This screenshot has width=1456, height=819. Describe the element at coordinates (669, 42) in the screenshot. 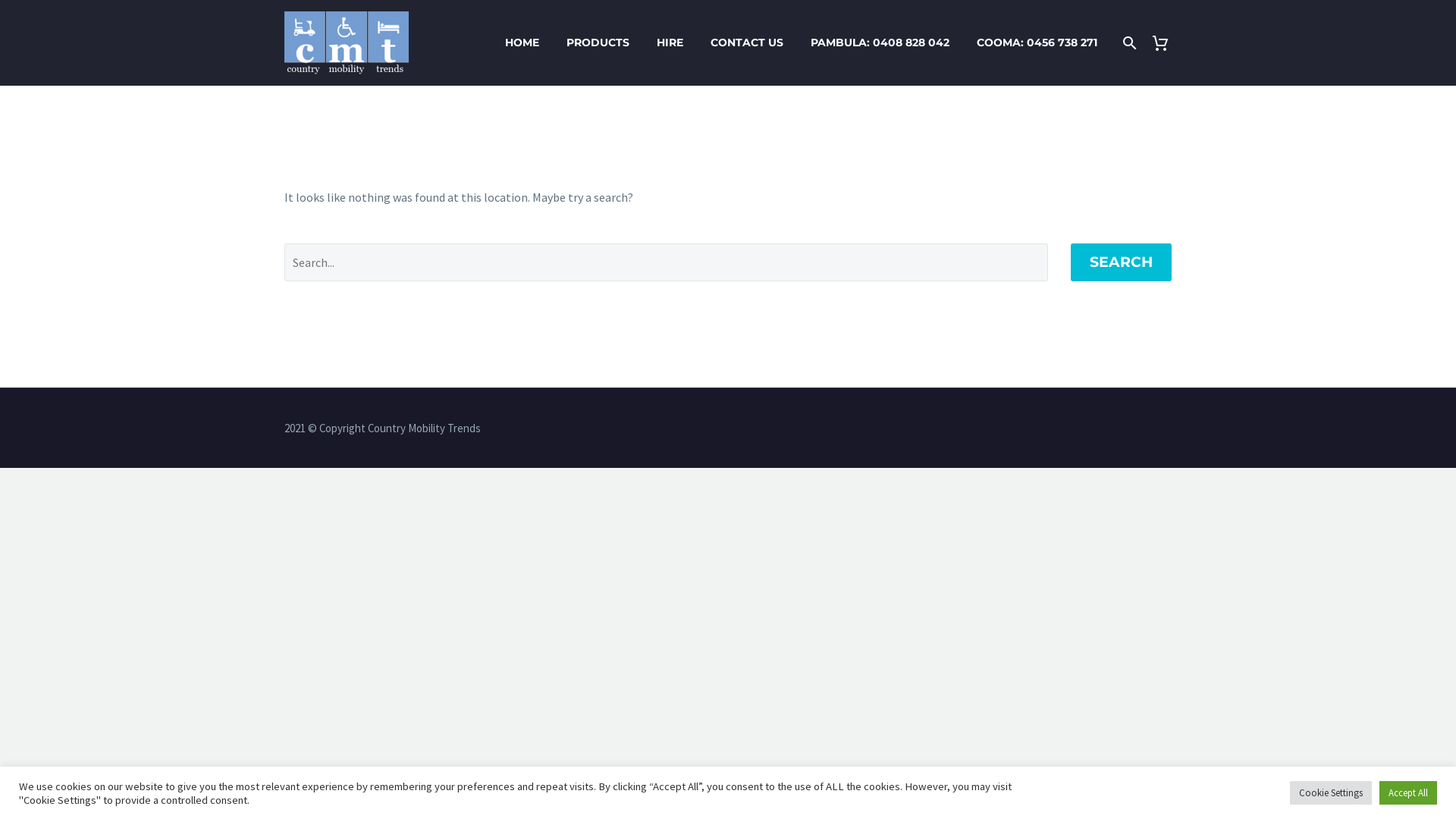

I see `'HIRE'` at that location.